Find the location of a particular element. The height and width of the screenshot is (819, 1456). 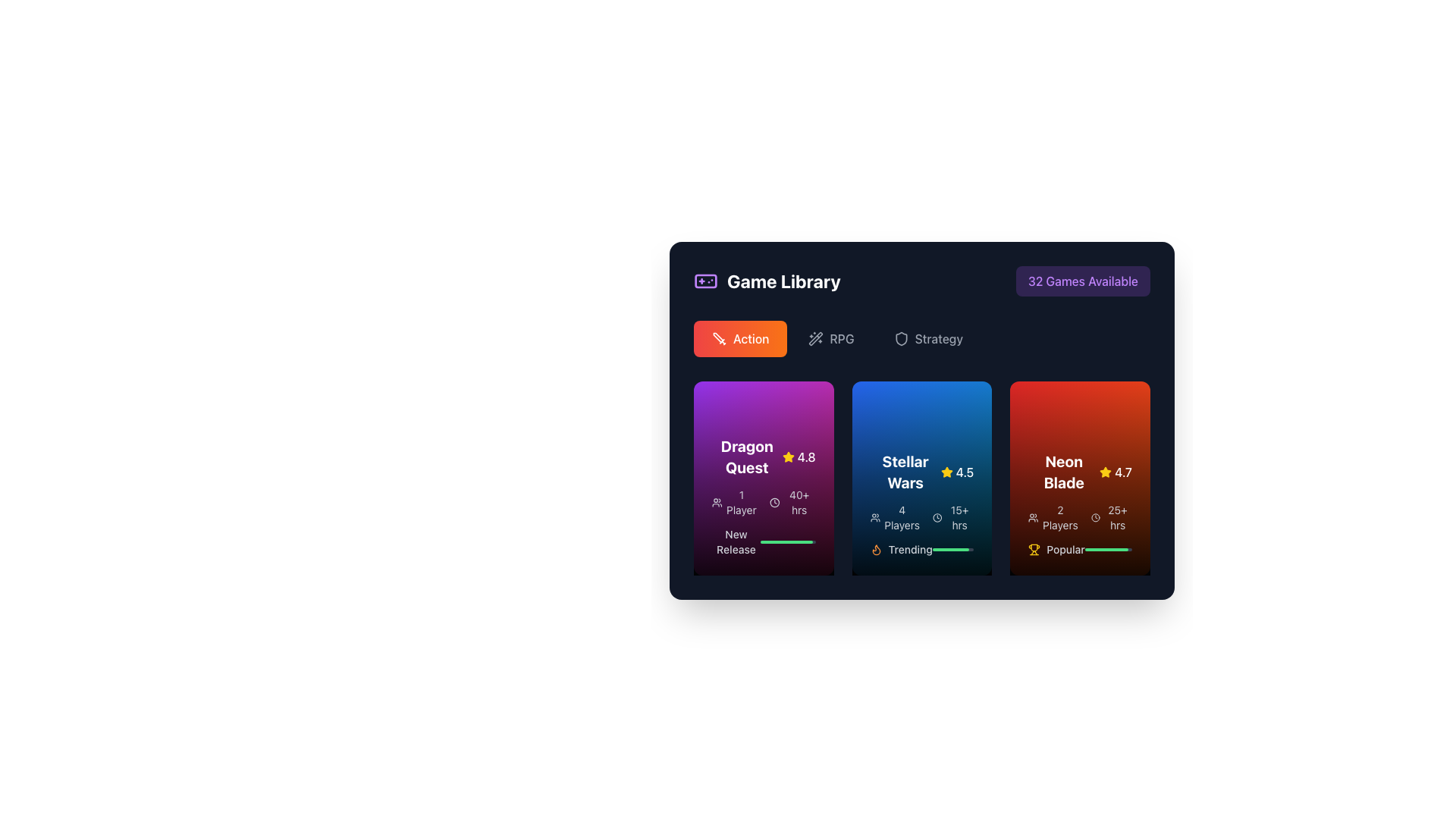

the 'Action' icon located inside the filter options to the left of the 'Action' label text to filter games is located at coordinates (719, 338).